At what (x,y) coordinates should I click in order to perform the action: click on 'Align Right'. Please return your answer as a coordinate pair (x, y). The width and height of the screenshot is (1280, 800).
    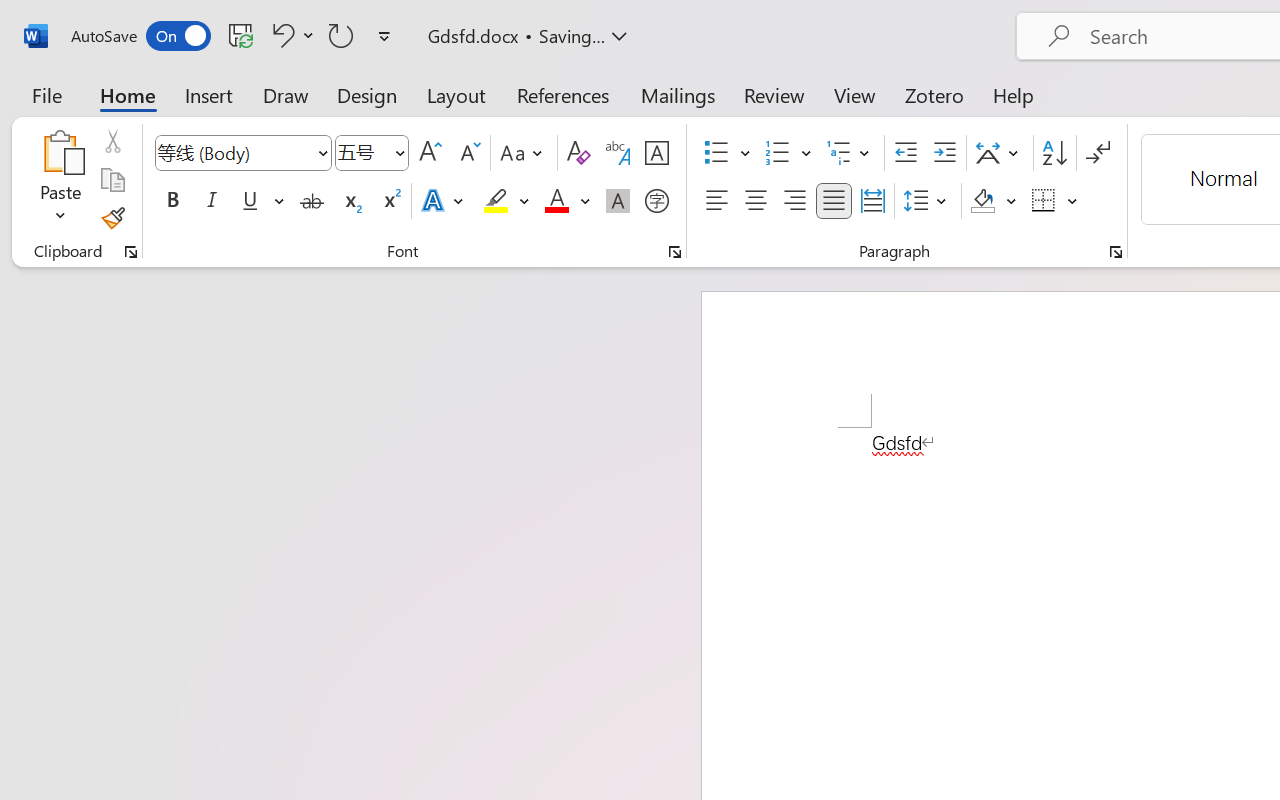
    Looking at the image, I should click on (793, 201).